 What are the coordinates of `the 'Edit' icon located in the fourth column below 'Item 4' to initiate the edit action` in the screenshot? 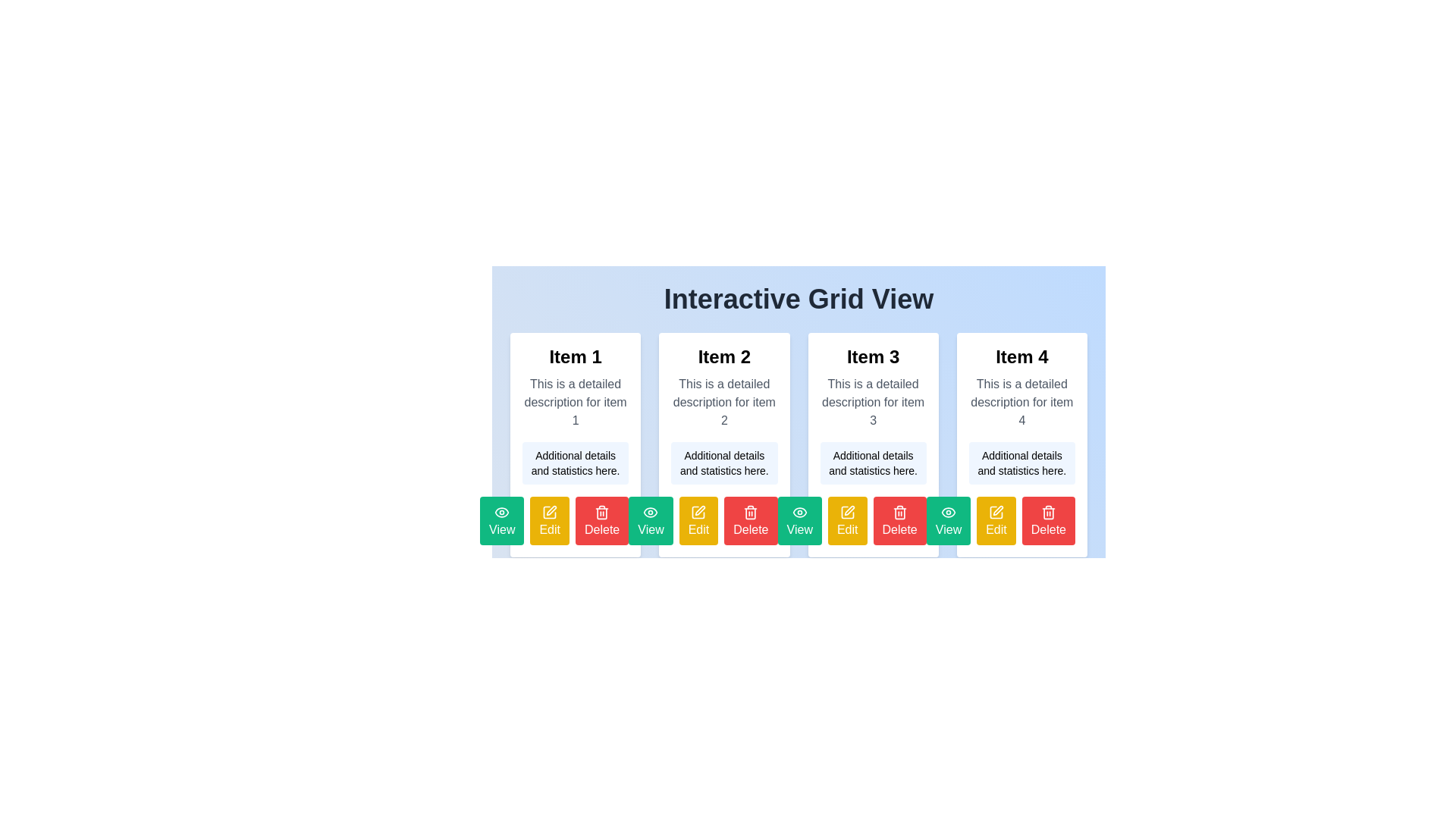 It's located at (996, 512).